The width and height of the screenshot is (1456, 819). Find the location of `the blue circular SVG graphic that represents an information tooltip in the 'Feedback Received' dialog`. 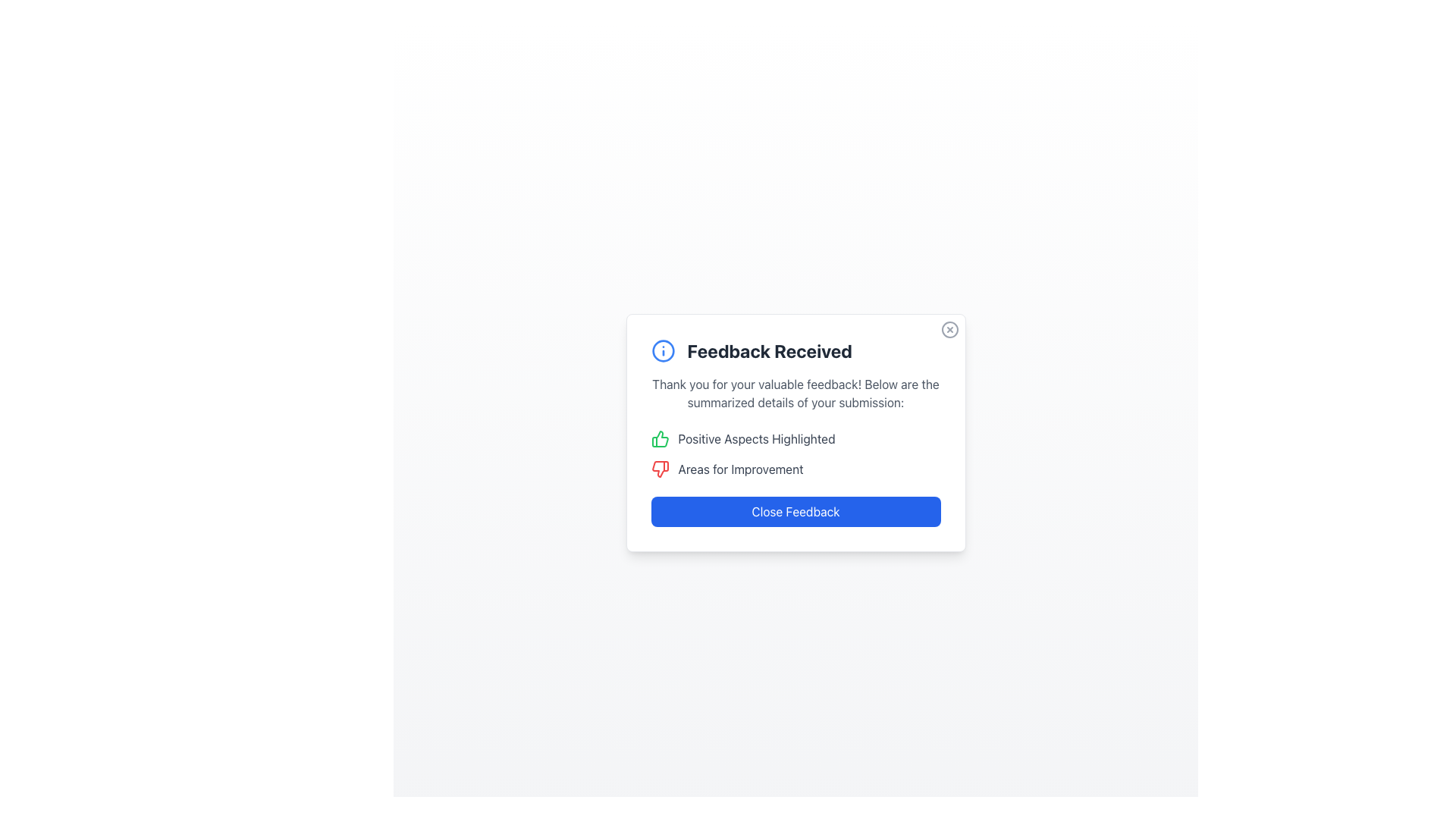

the blue circular SVG graphic that represents an information tooltip in the 'Feedback Received' dialog is located at coordinates (663, 350).